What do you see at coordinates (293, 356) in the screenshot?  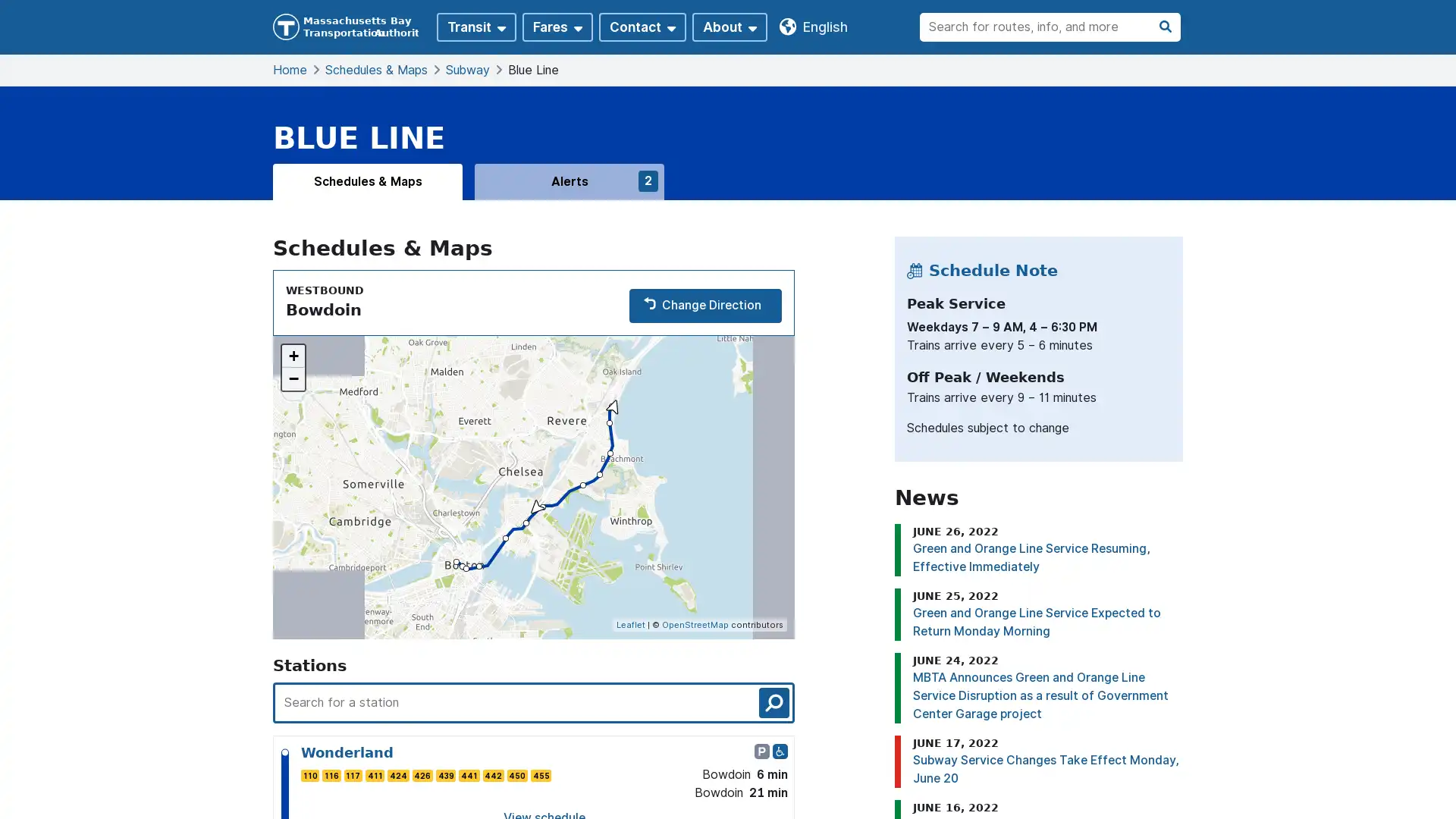 I see `Zoom in` at bounding box center [293, 356].